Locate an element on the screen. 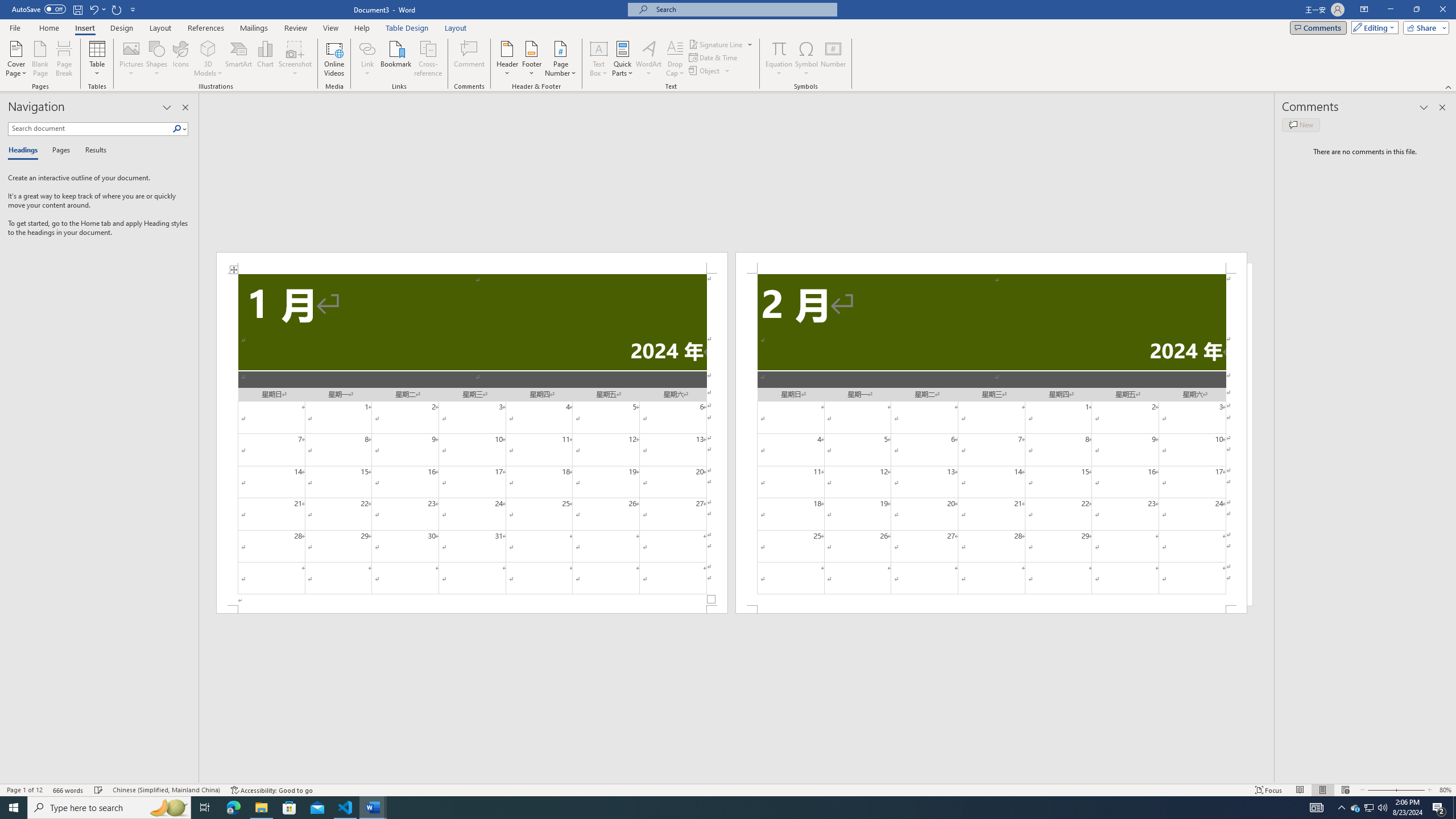  'Zoom Out' is located at coordinates (1378, 790).